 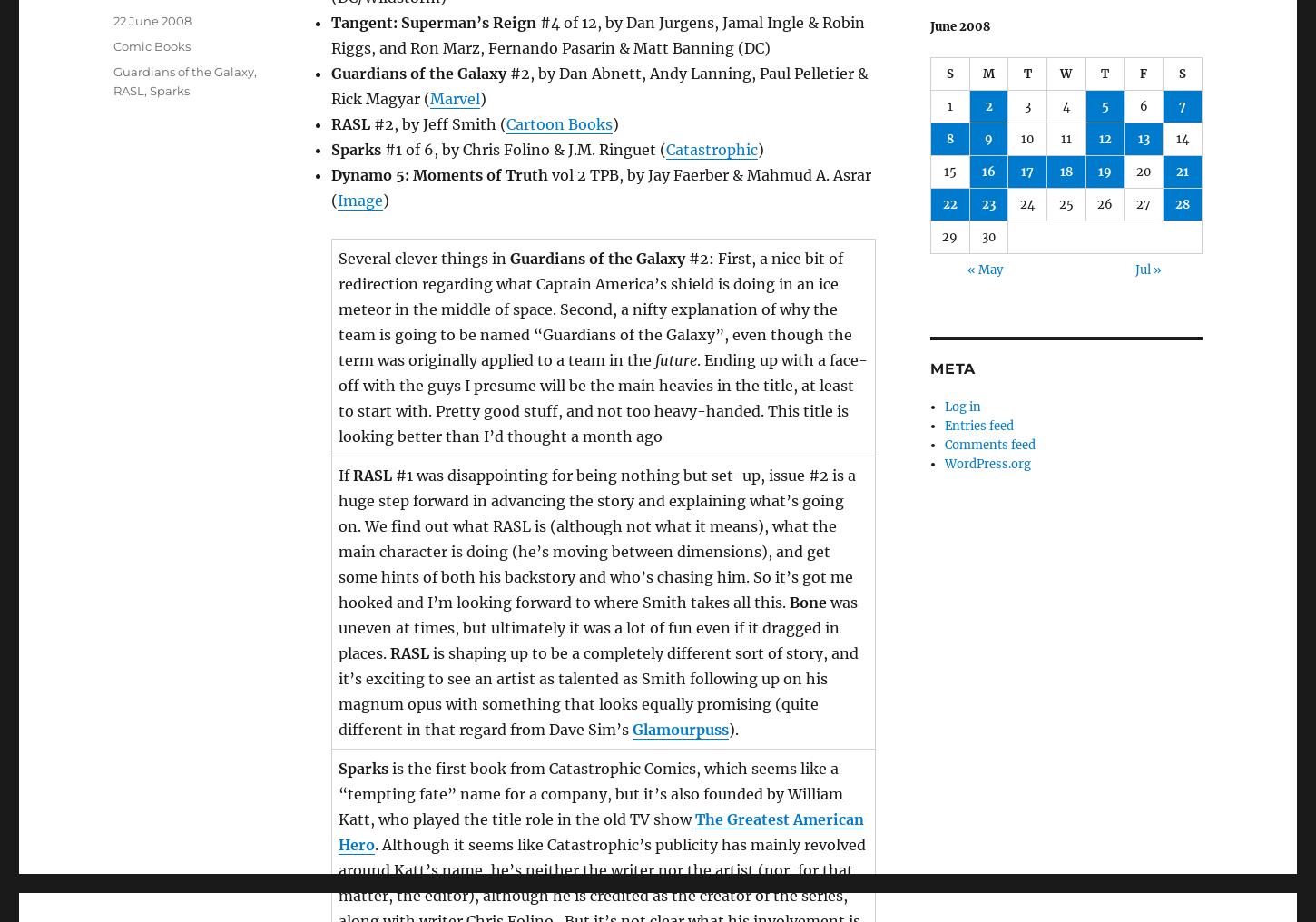 What do you see at coordinates (151, 45) in the screenshot?
I see `'Comic Books'` at bounding box center [151, 45].